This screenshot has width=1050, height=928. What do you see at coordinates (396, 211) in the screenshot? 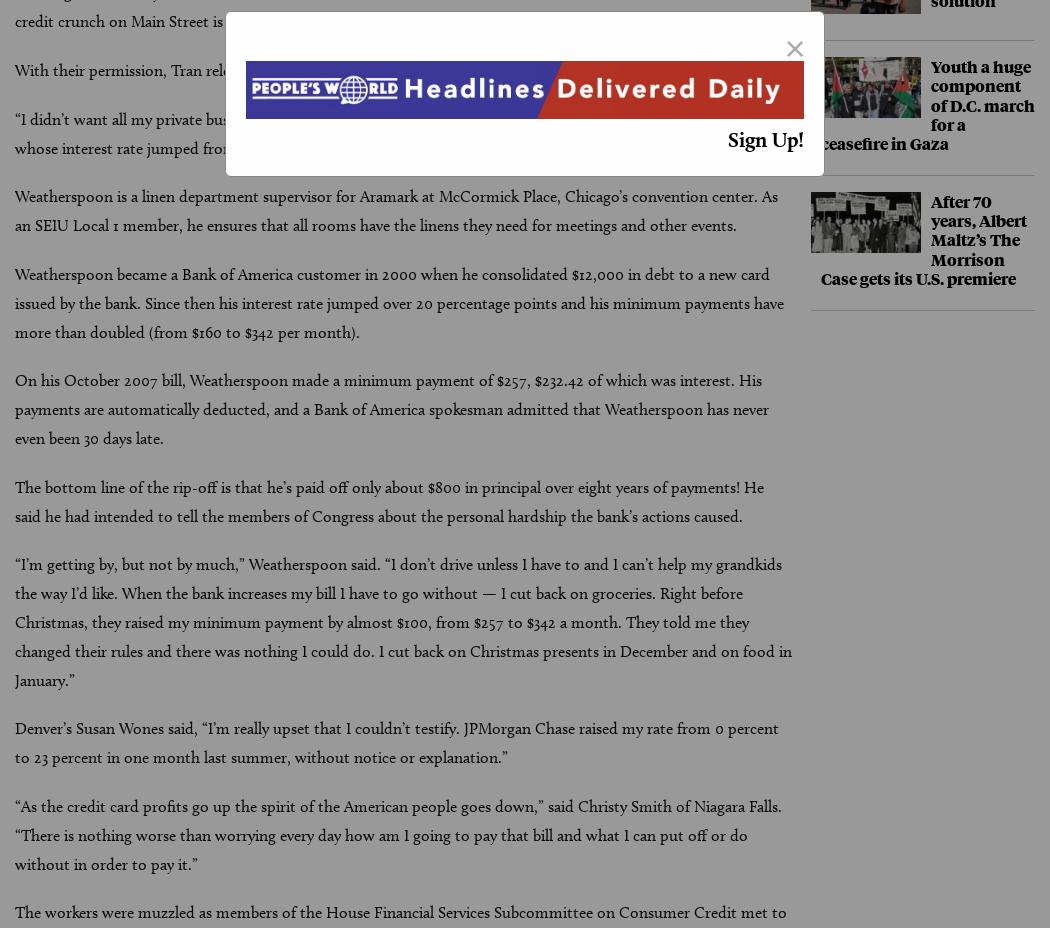
I see `'Weatherspoon is a linen department supervisor for Aramark at McCormick Place, Chicago’s convention center. As an SEIU Local 1 member, he ensures that all rooms have the linens they need for meetings and other events.'` at bounding box center [396, 211].